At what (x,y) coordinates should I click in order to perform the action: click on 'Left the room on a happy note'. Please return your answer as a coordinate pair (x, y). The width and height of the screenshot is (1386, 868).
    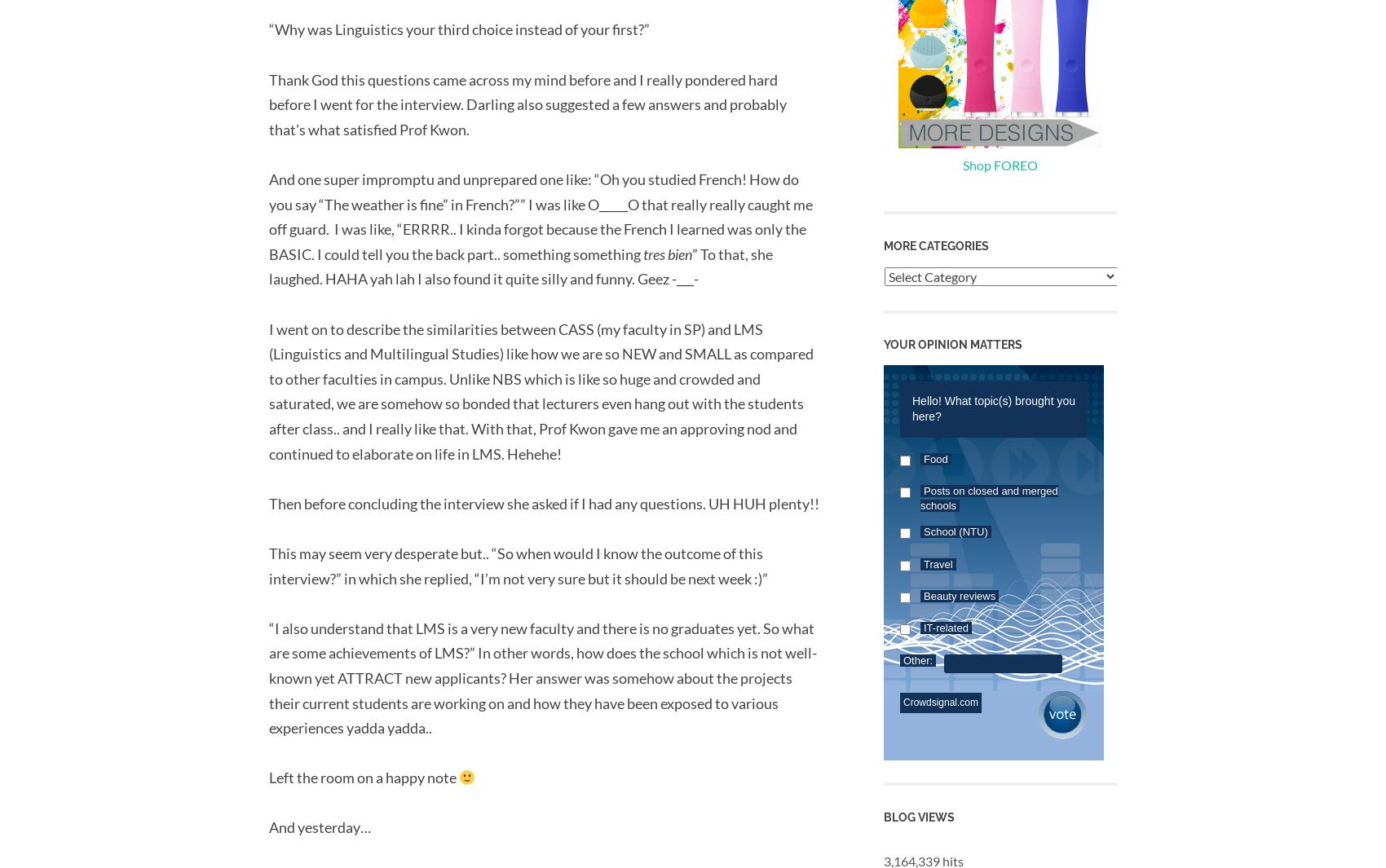
    Looking at the image, I should click on (364, 778).